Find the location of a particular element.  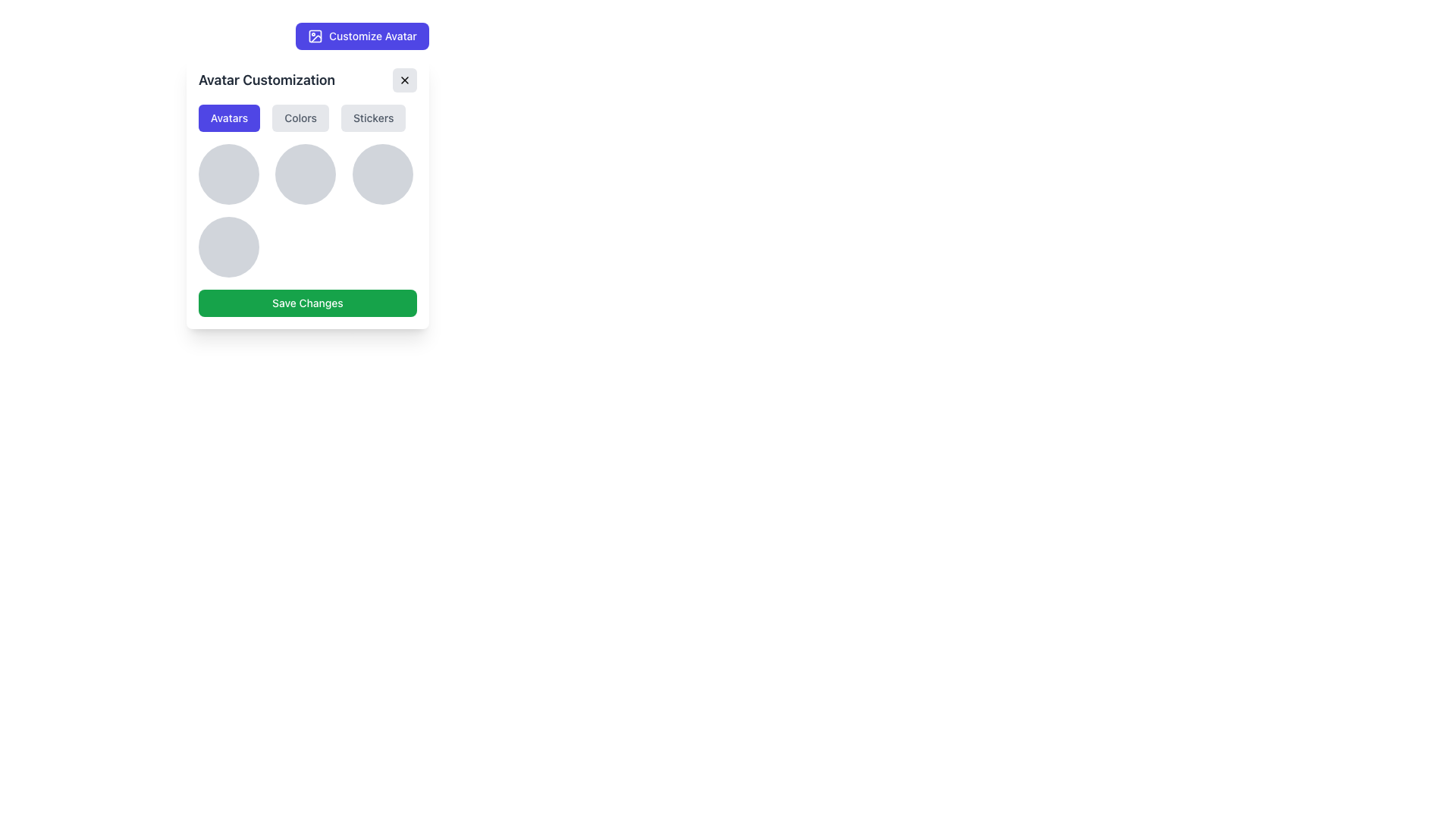

the Text label or heading that serves as the title for the customization interface, located in the top-left area above the tabs labeled 'Avatars', 'Colors', and 'Stickers' is located at coordinates (306, 80).